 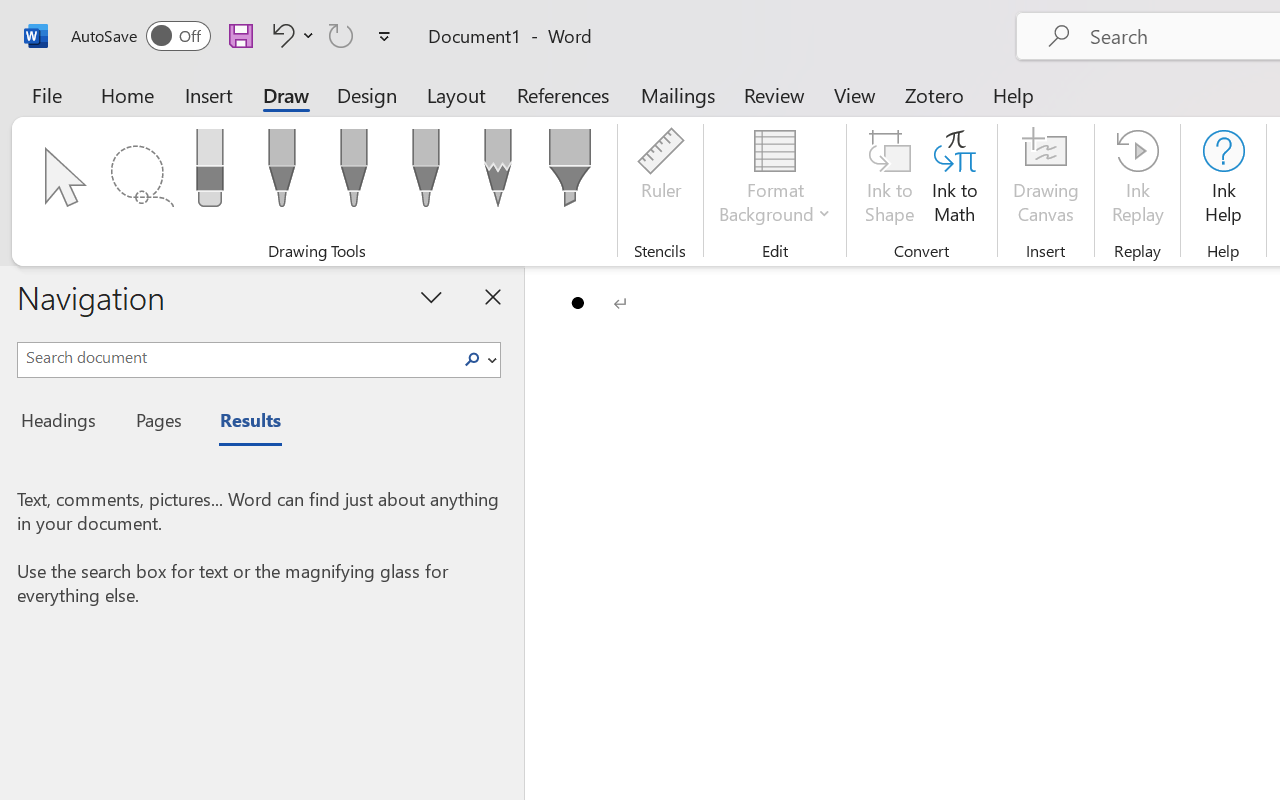 What do you see at coordinates (289, 34) in the screenshot?
I see `'Undo Bullet Default'` at bounding box center [289, 34].